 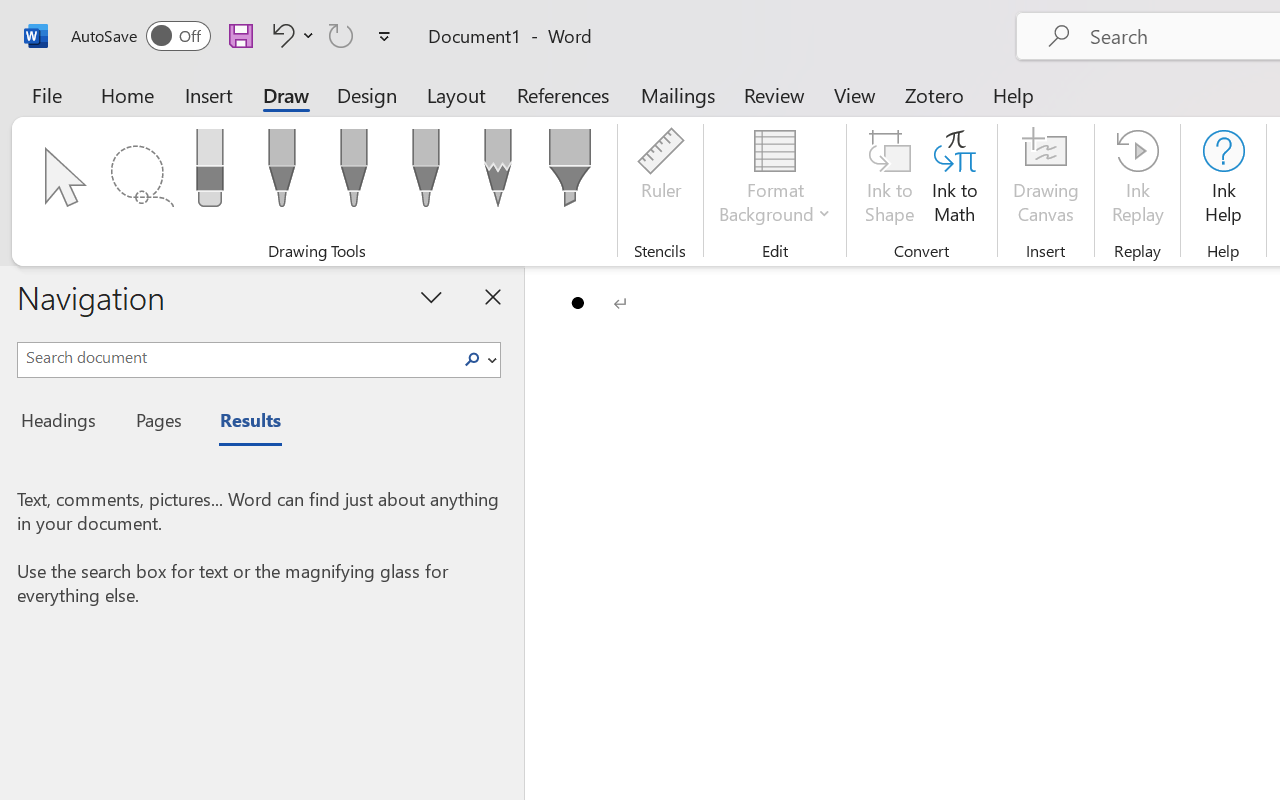 What do you see at coordinates (289, 34) in the screenshot?
I see `'Undo Bullet Default'` at bounding box center [289, 34].